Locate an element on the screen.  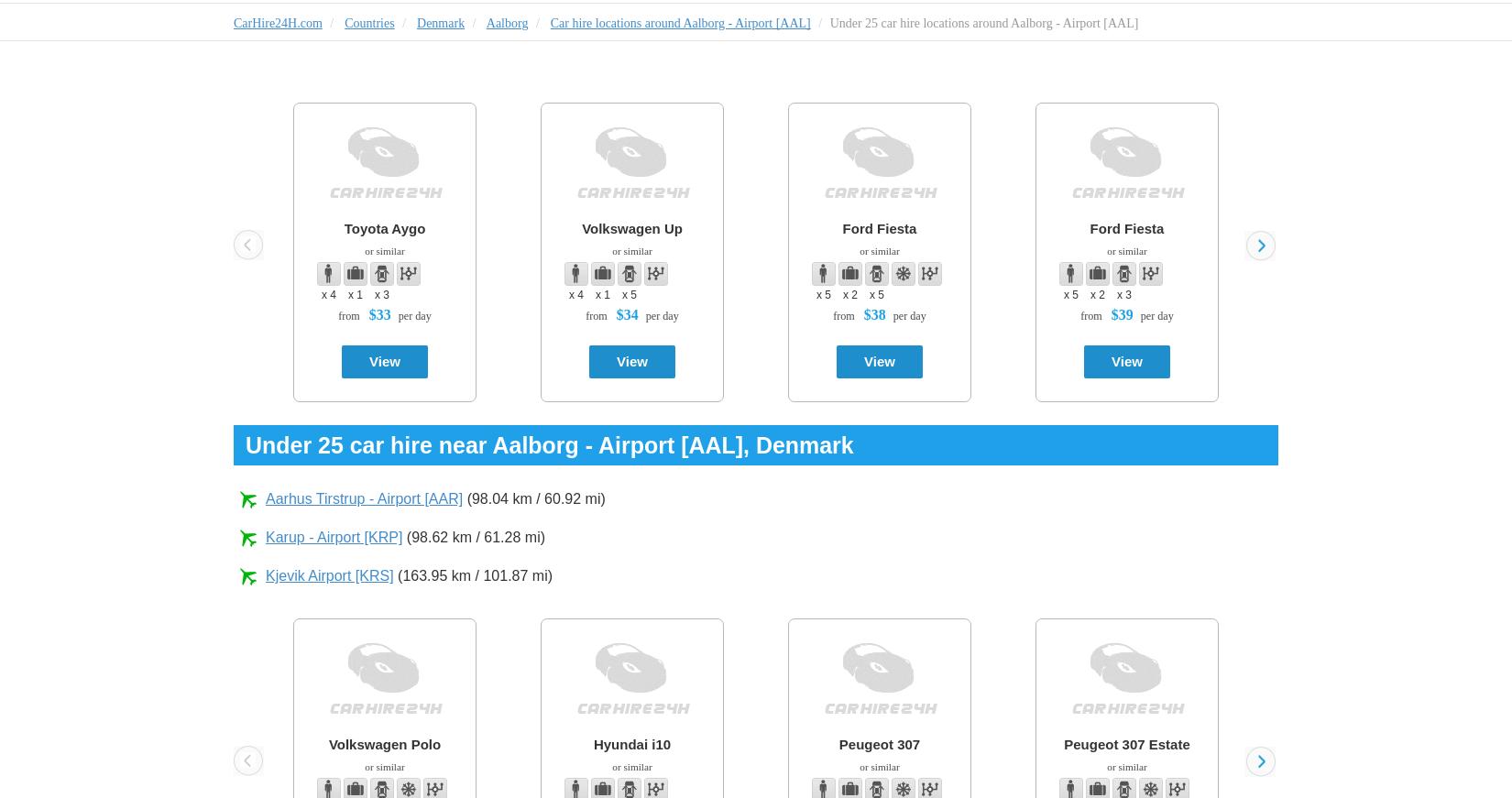
'Volkswagen Polo' is located at coordinates (383, 744).